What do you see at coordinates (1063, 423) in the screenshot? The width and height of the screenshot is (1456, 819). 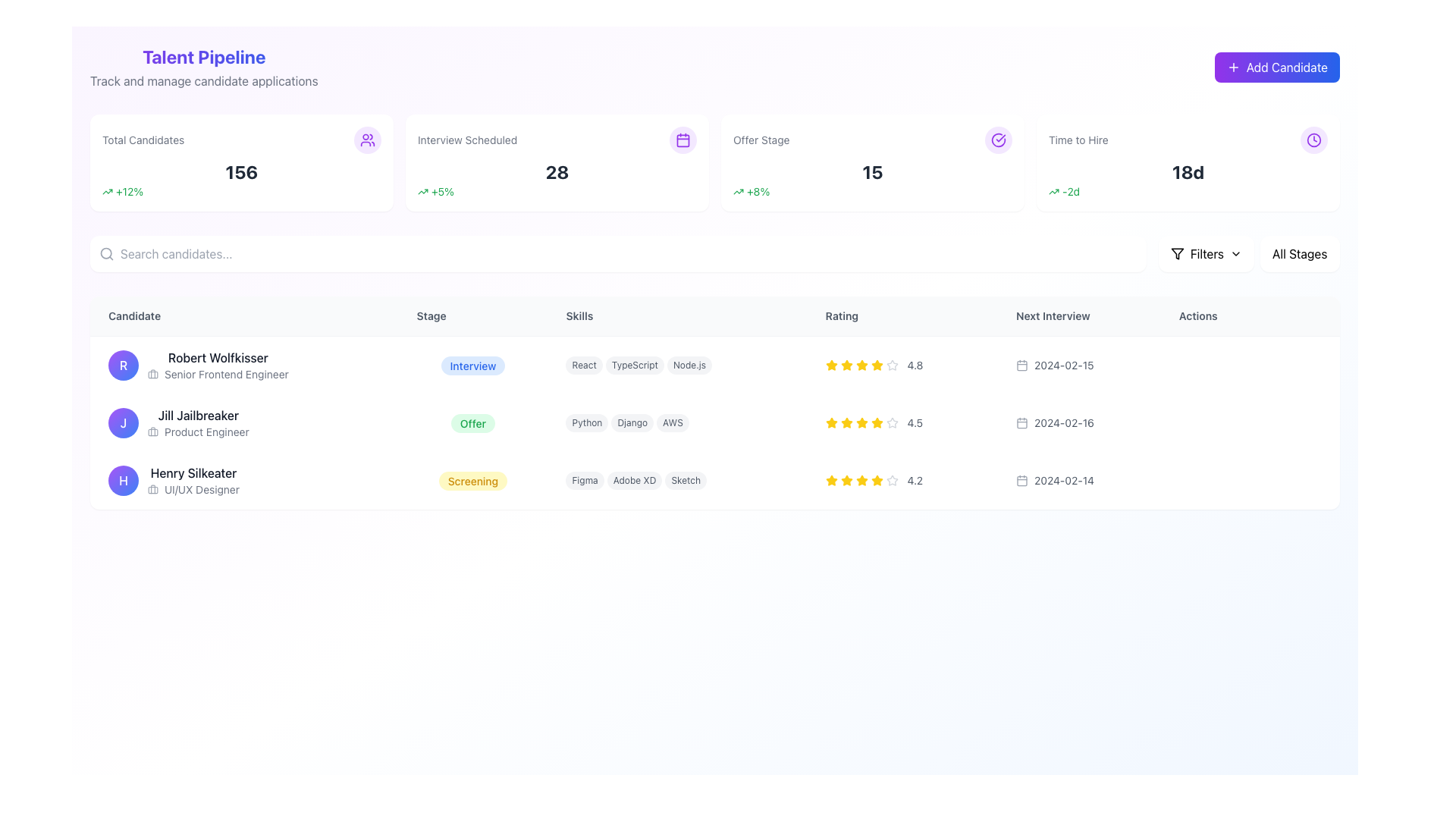 I see `the informational Text label displaying the next interview date` at bounding box center [1063, 423].